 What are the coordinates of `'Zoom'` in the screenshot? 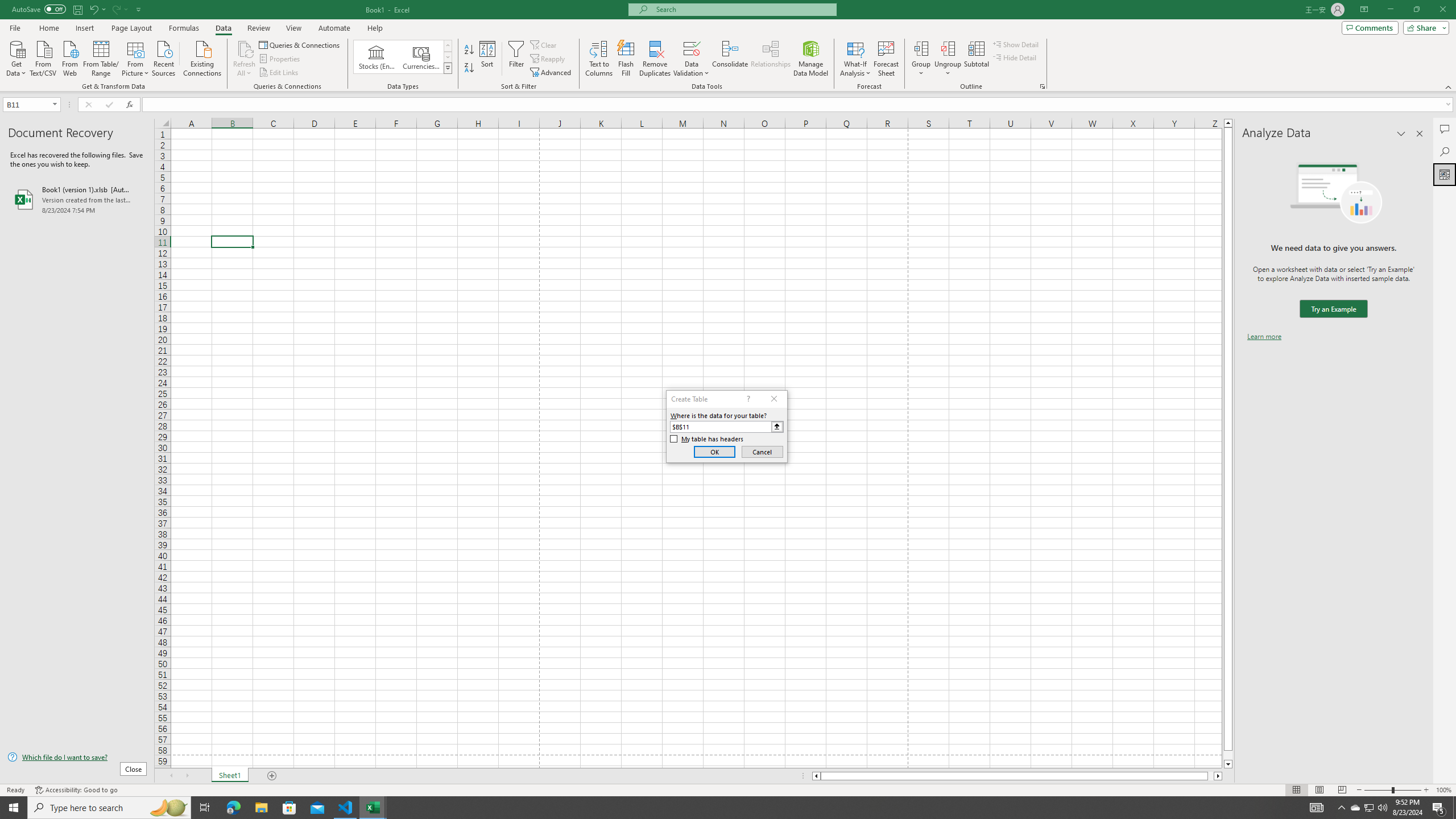 It's located at (1392, 790).